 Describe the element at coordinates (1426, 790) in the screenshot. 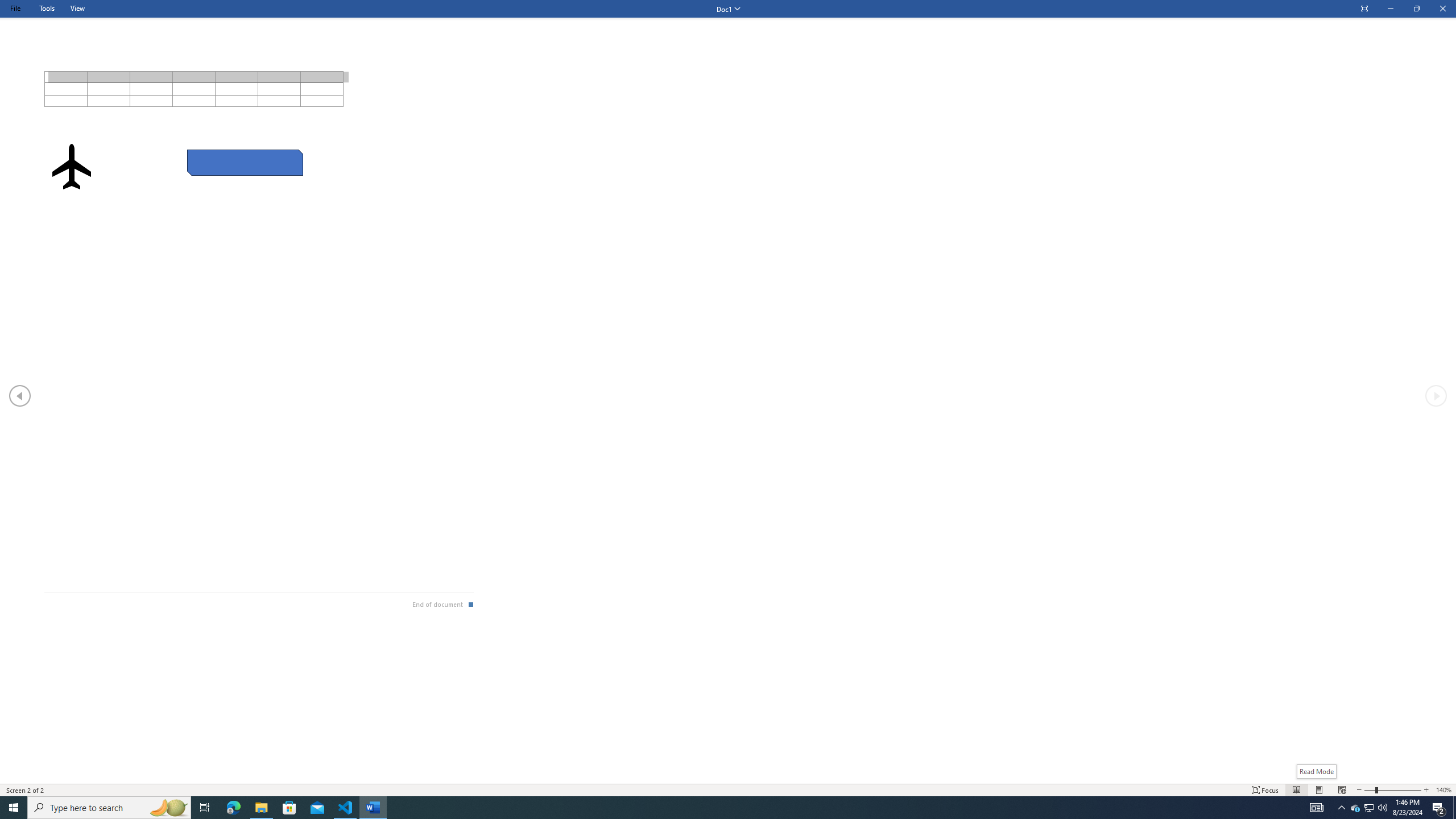

I see `'Increase Text Size'` at that location.